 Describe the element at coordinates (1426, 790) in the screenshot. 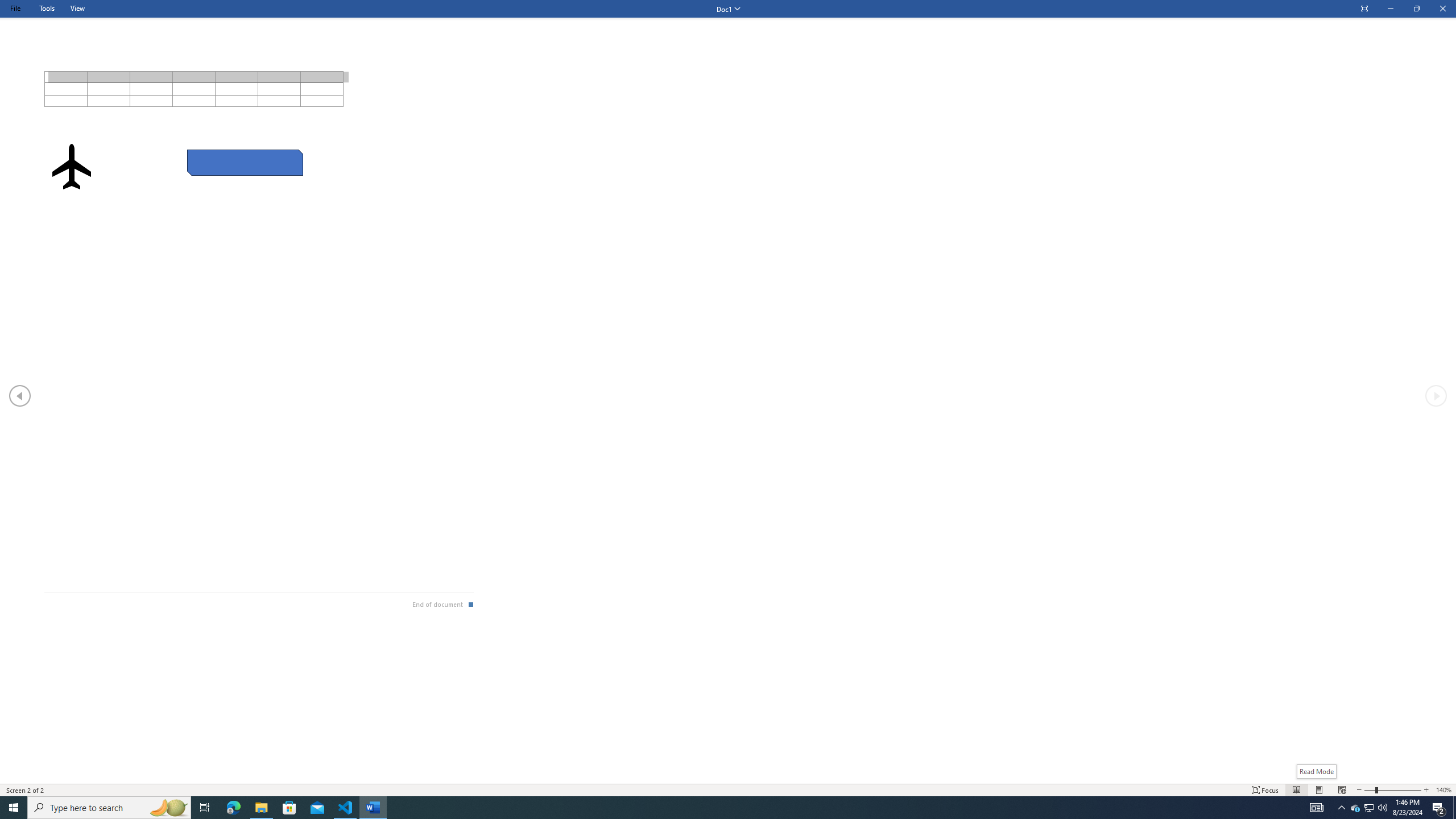

I see `'Increase Text Size'` at that location.